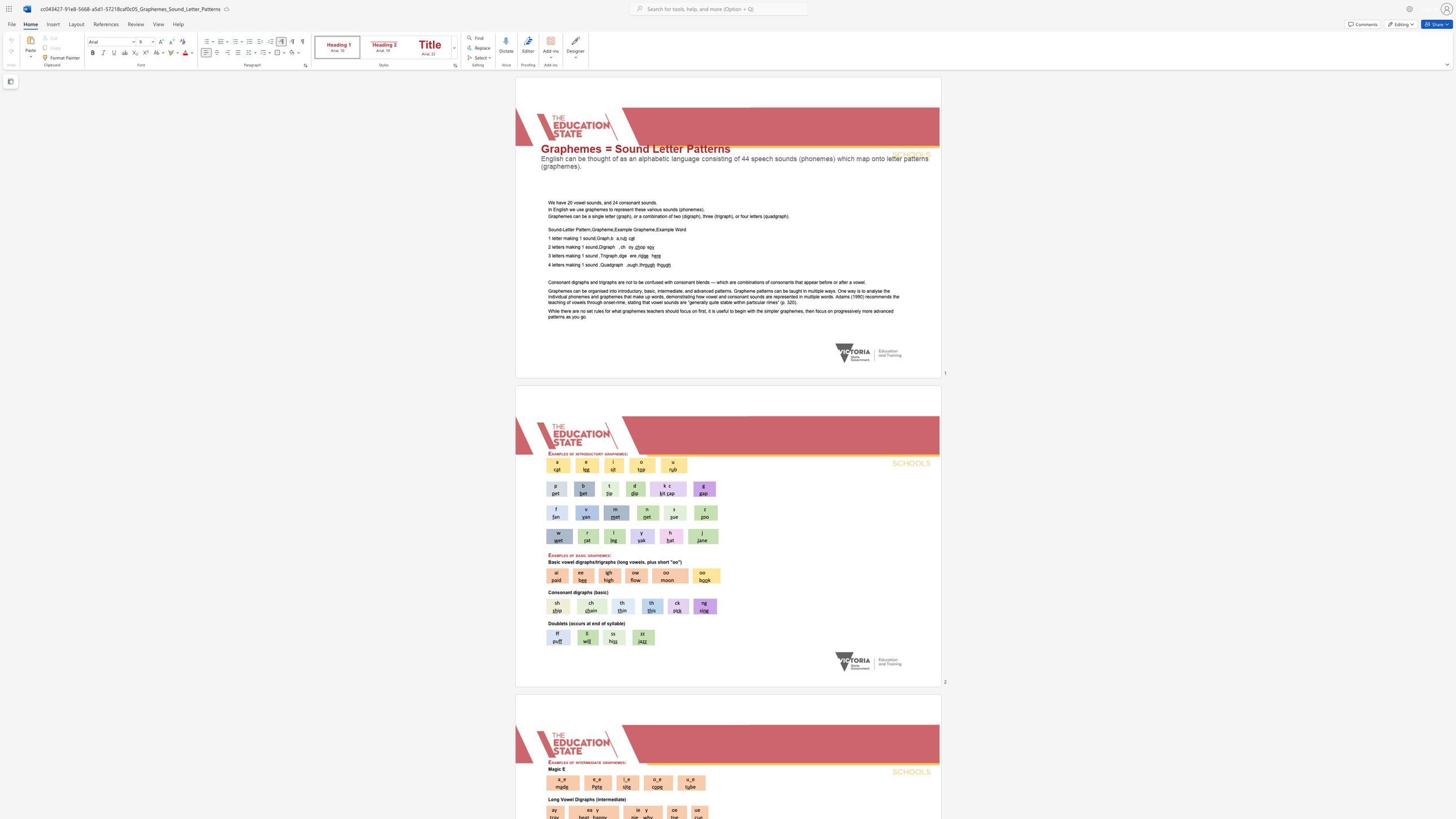  What do you see at coordinates (619, 255) in the screenshot?
I see `the subset text "dg" within the text "3 letters making 1 sound  ,Trigraph ,dge    ere ,ri"` at bounding box center [619, 255].